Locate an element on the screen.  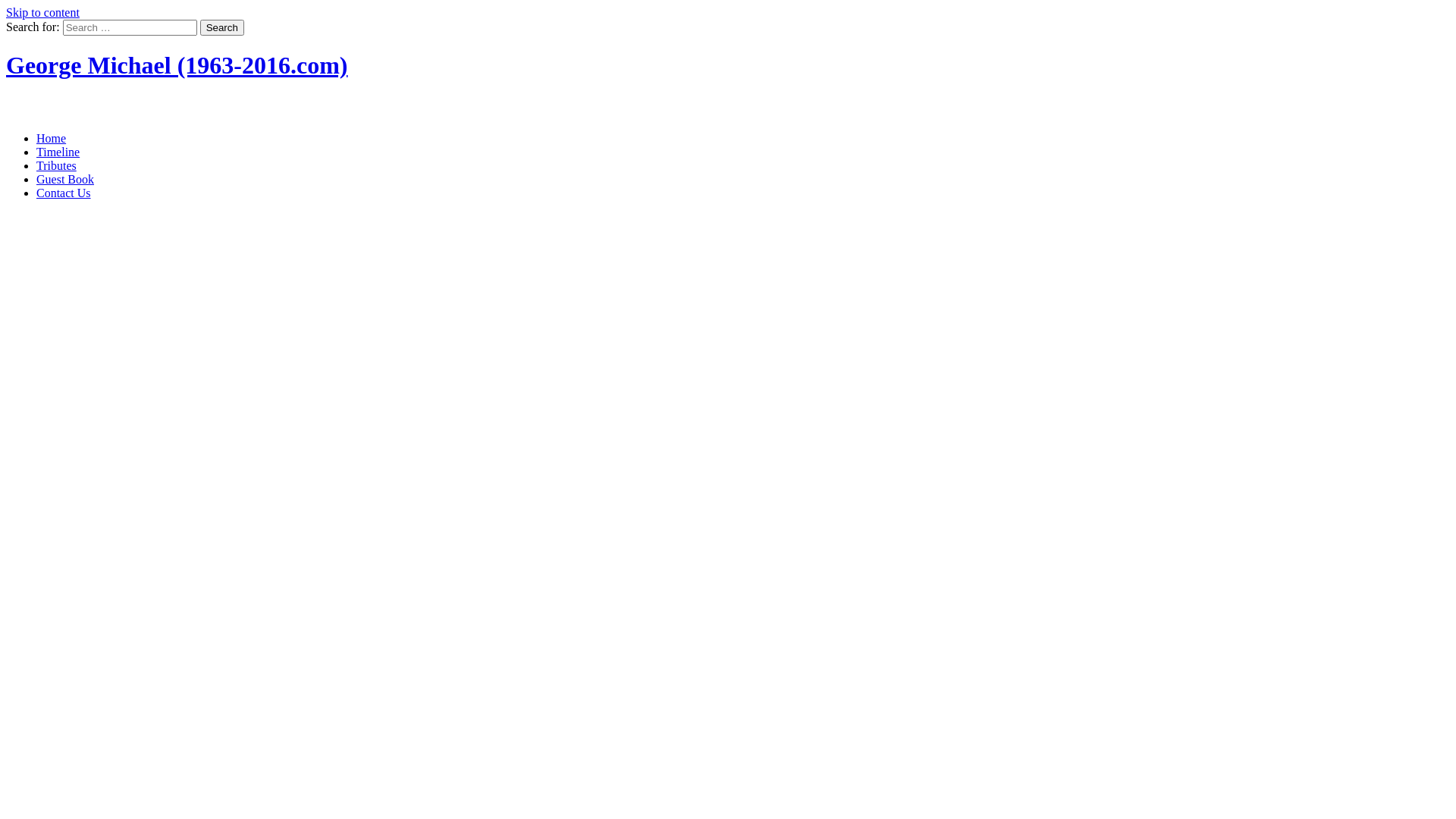
'George Michael (1963-2016.com)' is located at coordinates (177, 64).